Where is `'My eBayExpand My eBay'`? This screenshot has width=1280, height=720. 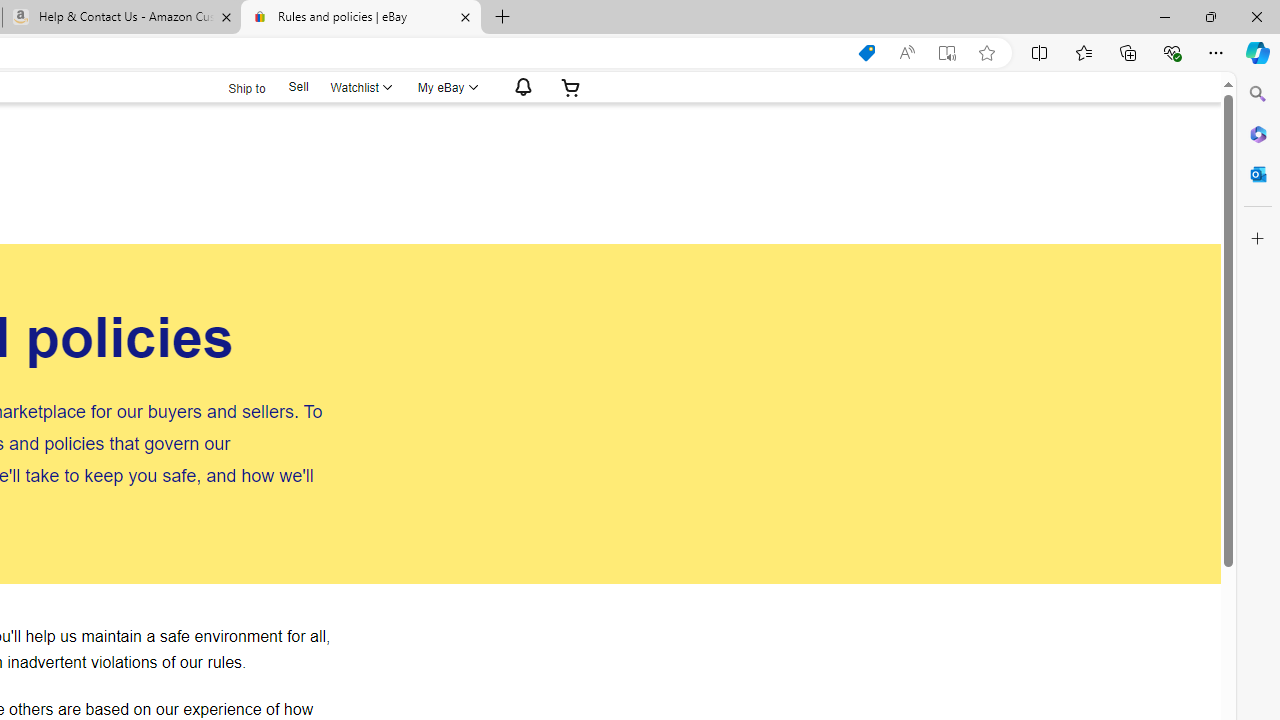 'My eBayExpand My eBay' is located at coordinates (445, 86).